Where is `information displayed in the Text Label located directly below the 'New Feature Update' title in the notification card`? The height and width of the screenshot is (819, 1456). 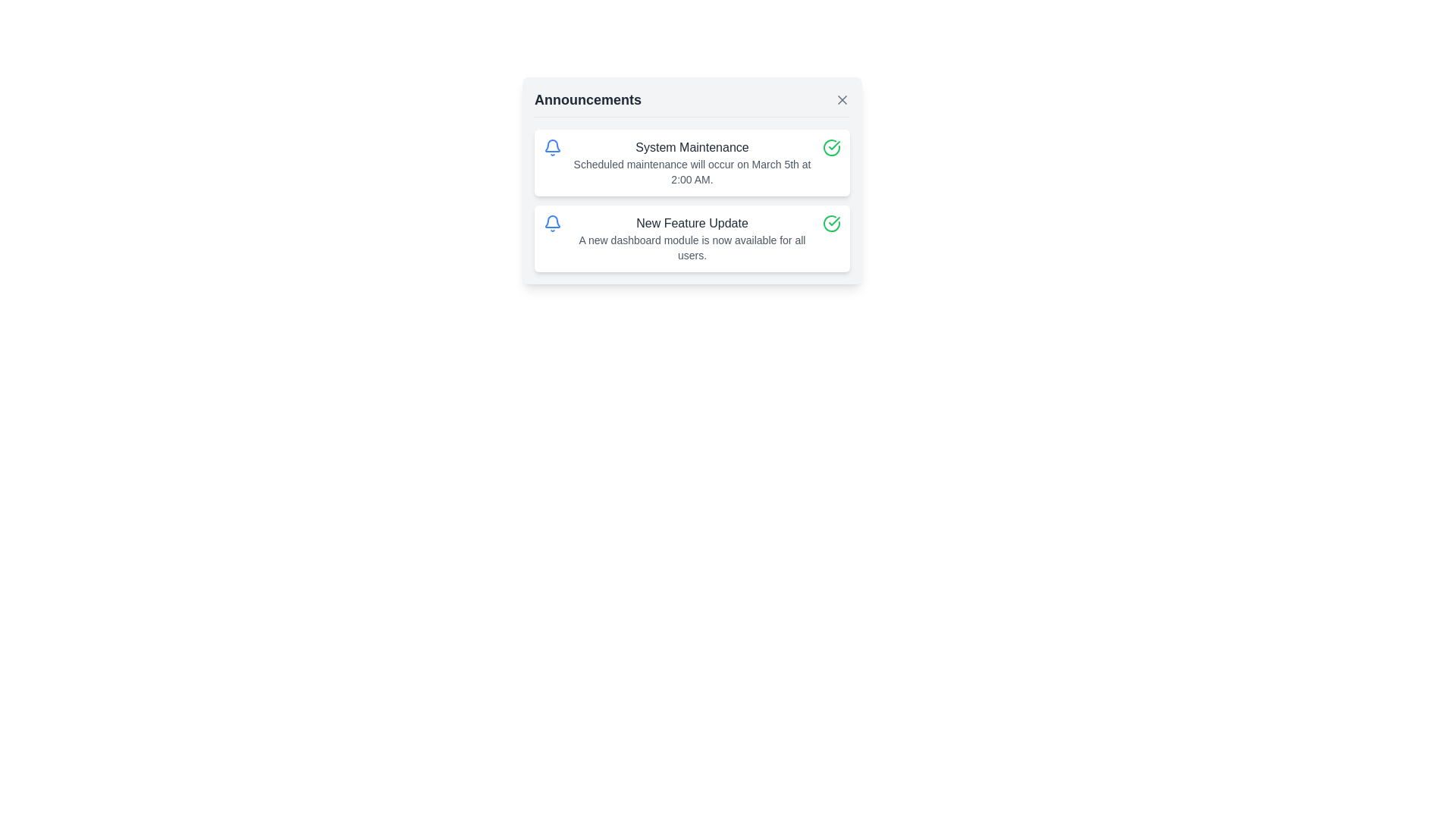
information displayed in the Text Label located directly below the 'New Feature Update' title in the notification card is located at coordinates (691, 247).